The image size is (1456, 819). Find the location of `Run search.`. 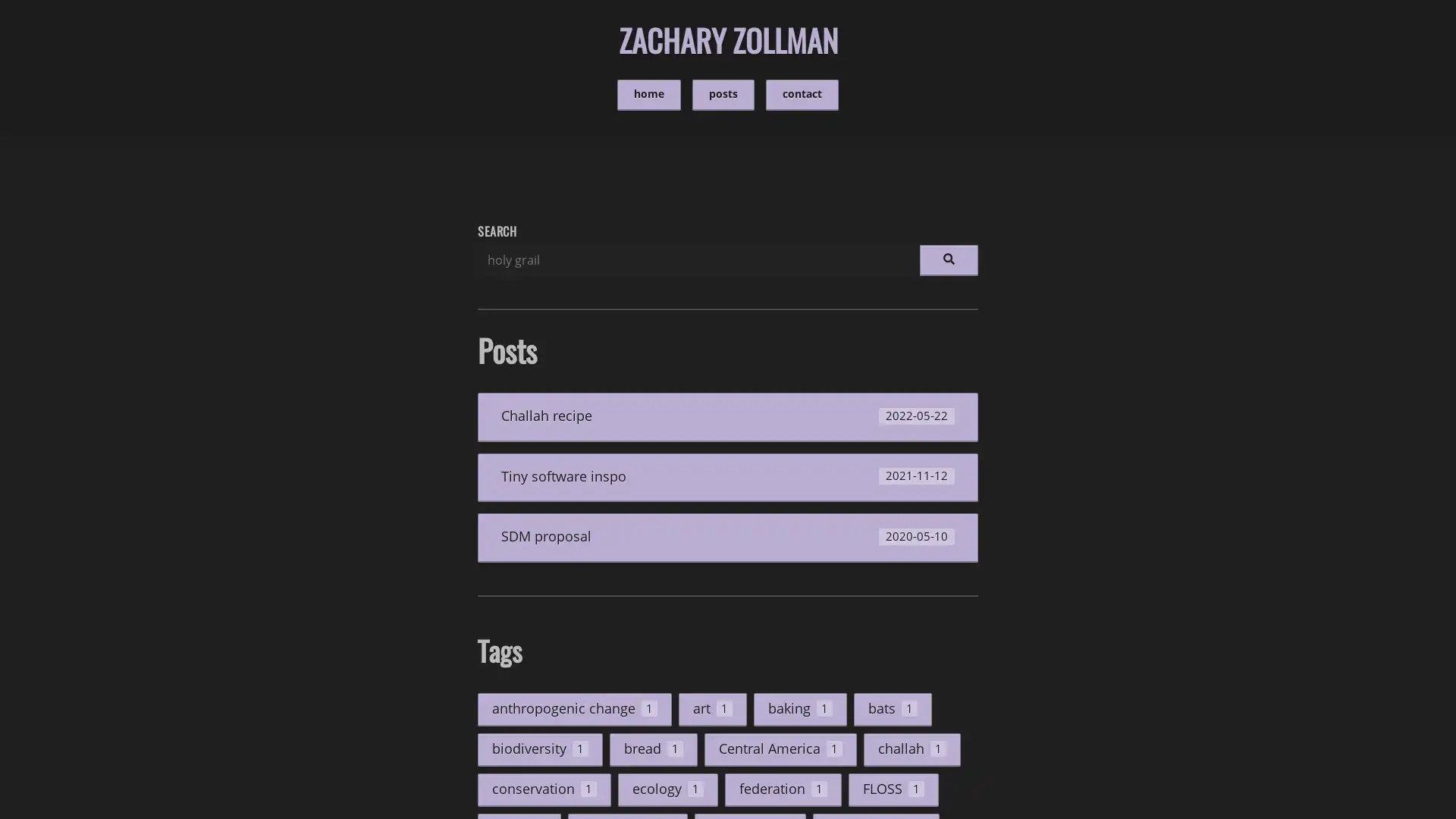

Run search. is located at coordinates (948, 259).